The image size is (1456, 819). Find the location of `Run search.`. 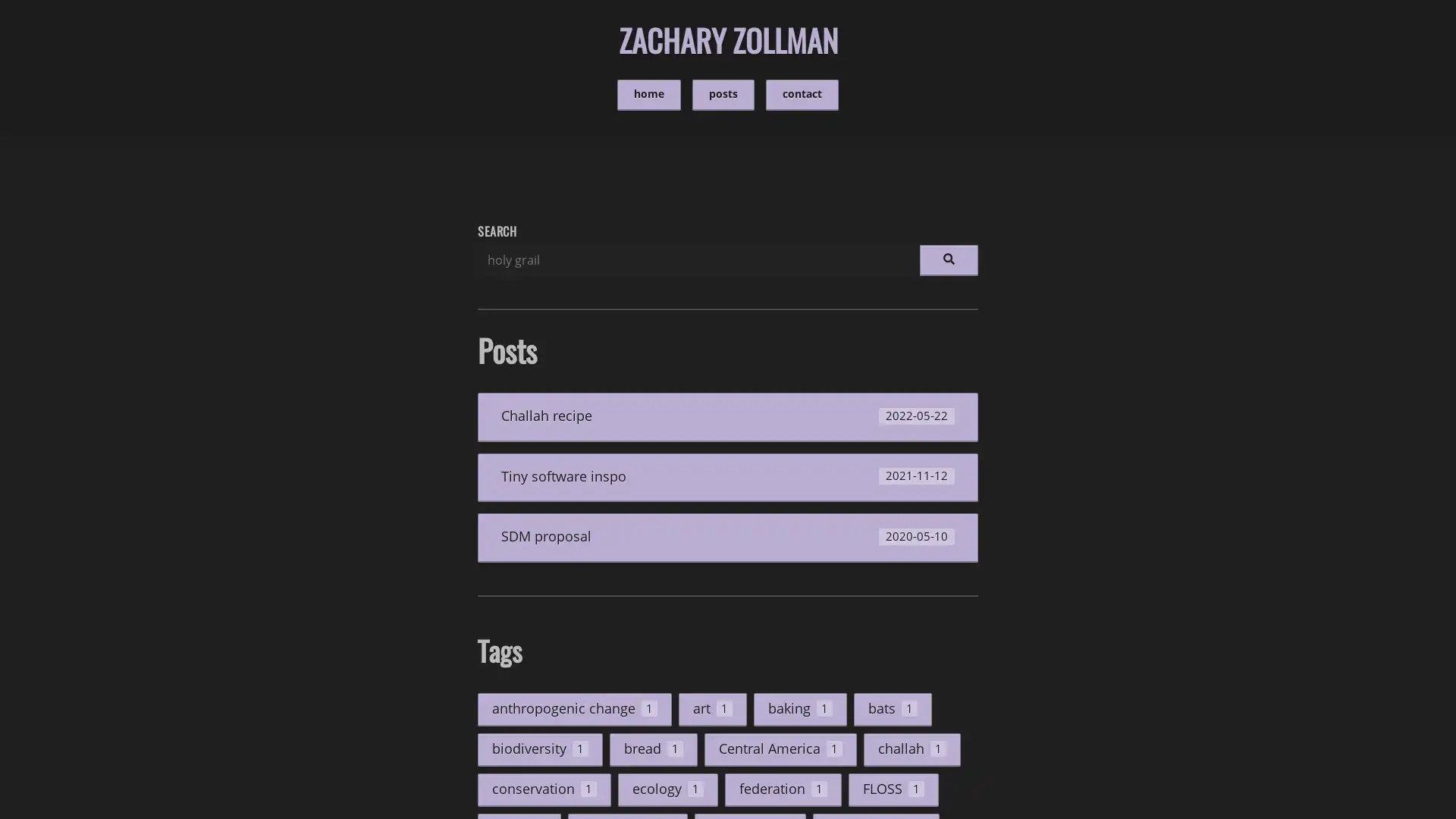

Run search. is located at coordinates (948, 259).